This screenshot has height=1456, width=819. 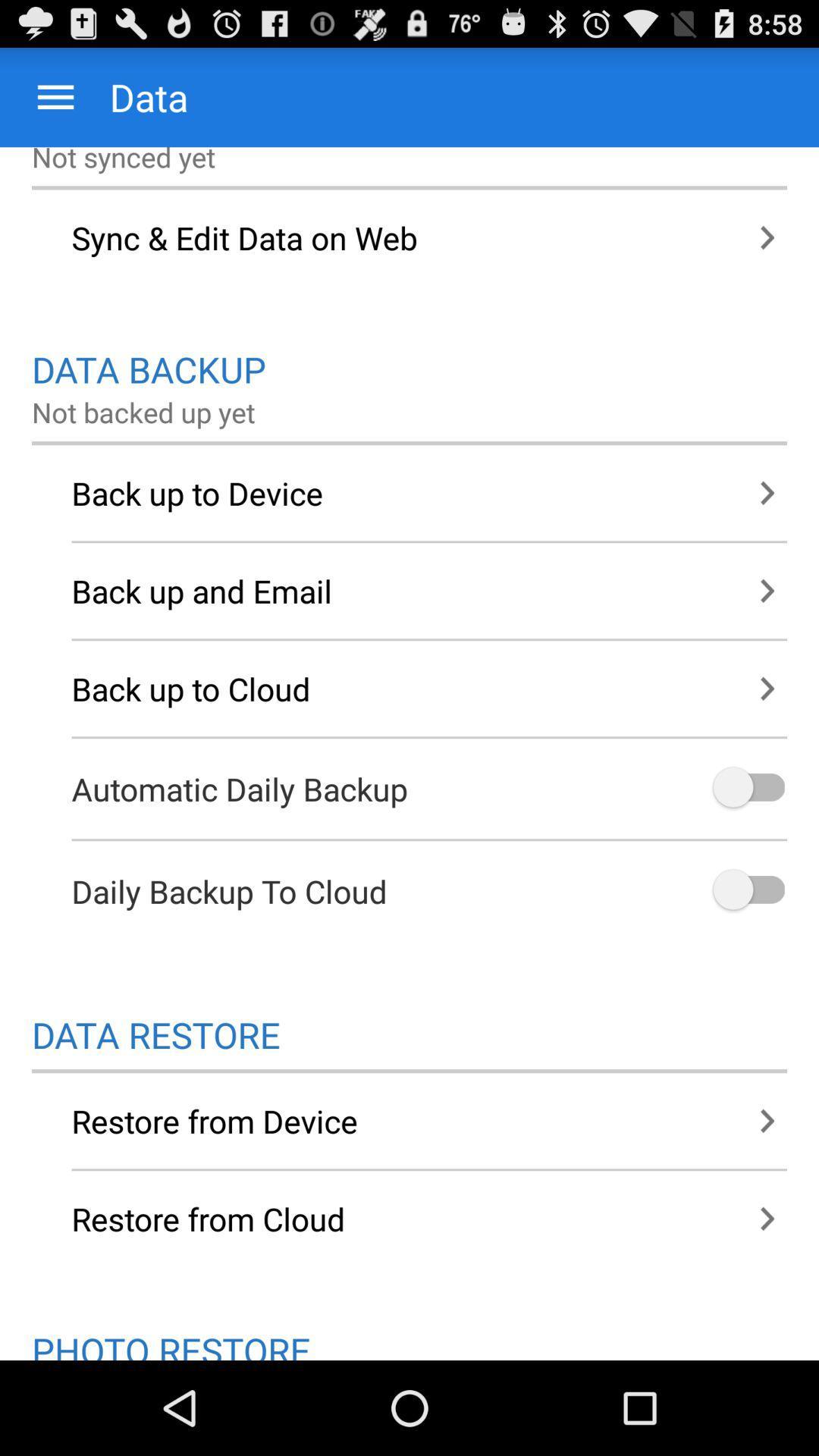 What do you see at coordinates (55, 96) in the screenshot?
I see `menu options` at bounding box center [55, 96].